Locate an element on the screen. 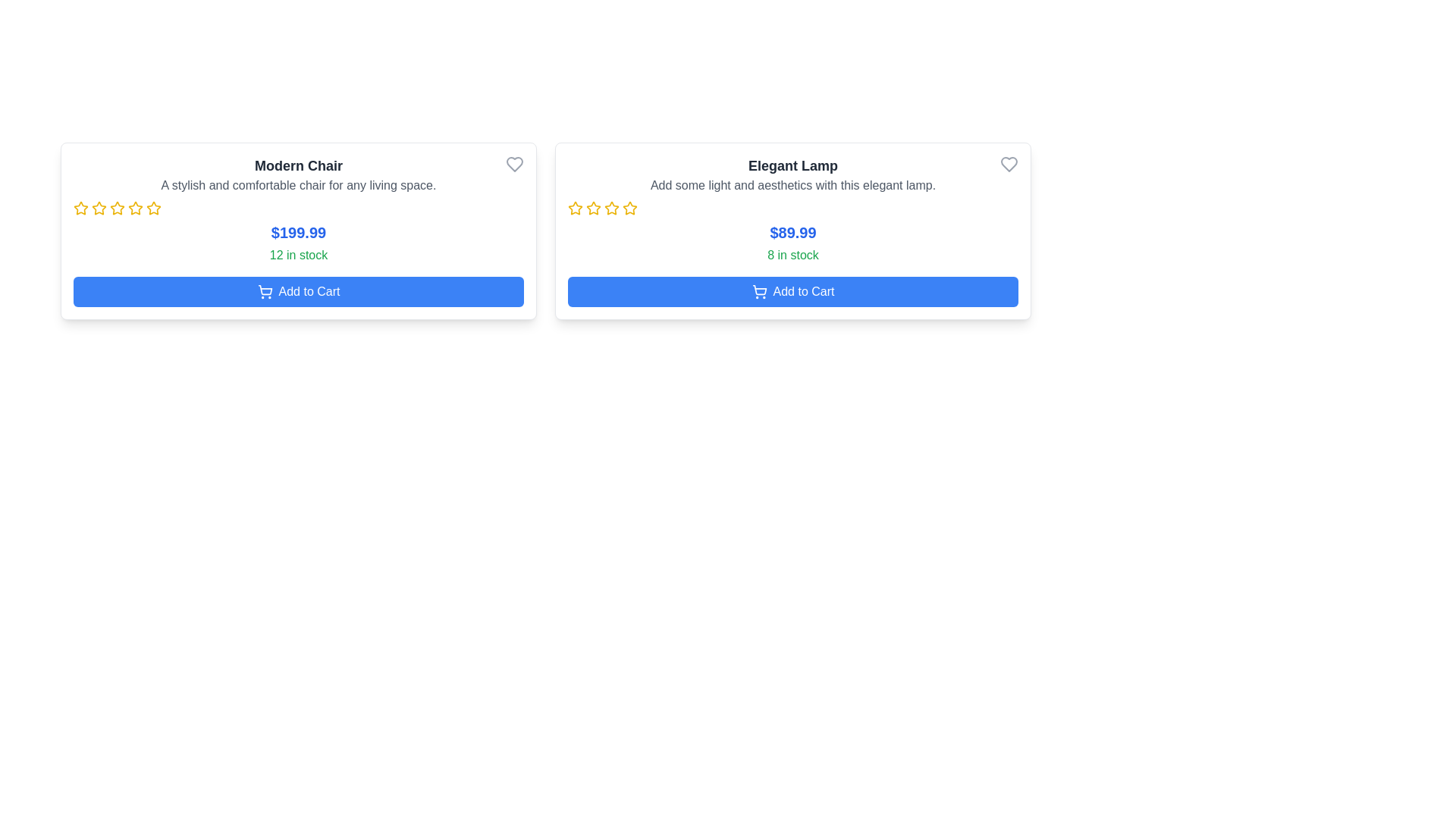  the heart-shaped icon in the top-right corner of the 'Elegant Lamp' product card to mark the product as favorite is located at coordinates (1009, 164).